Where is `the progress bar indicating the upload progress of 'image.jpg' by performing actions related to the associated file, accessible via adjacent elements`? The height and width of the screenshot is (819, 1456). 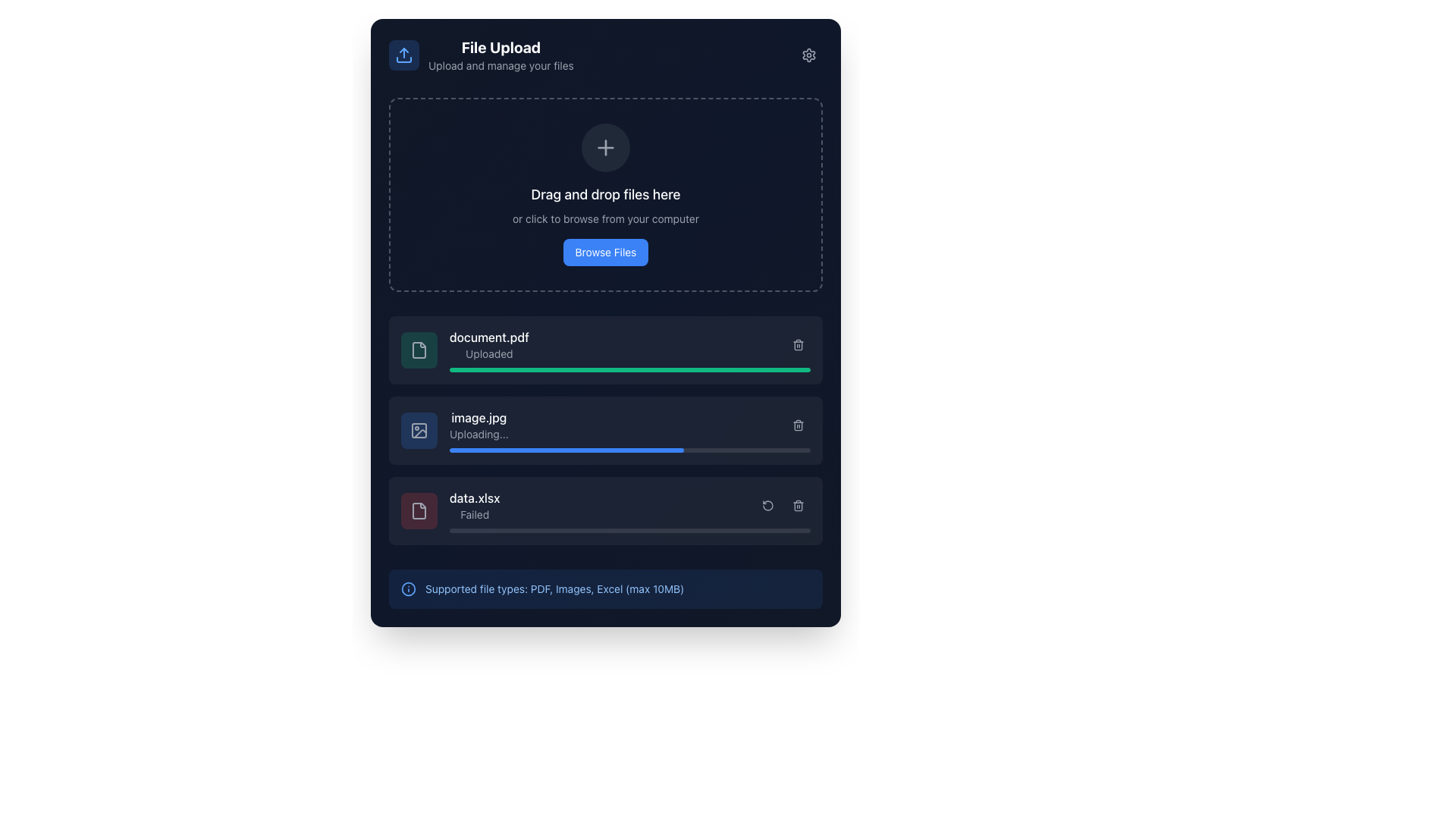 the progress bar indicating the upload progress of 'image.jpg' by performing actions related to the associated file, accessible via adjacent elements is located at coordinates (566, 450).